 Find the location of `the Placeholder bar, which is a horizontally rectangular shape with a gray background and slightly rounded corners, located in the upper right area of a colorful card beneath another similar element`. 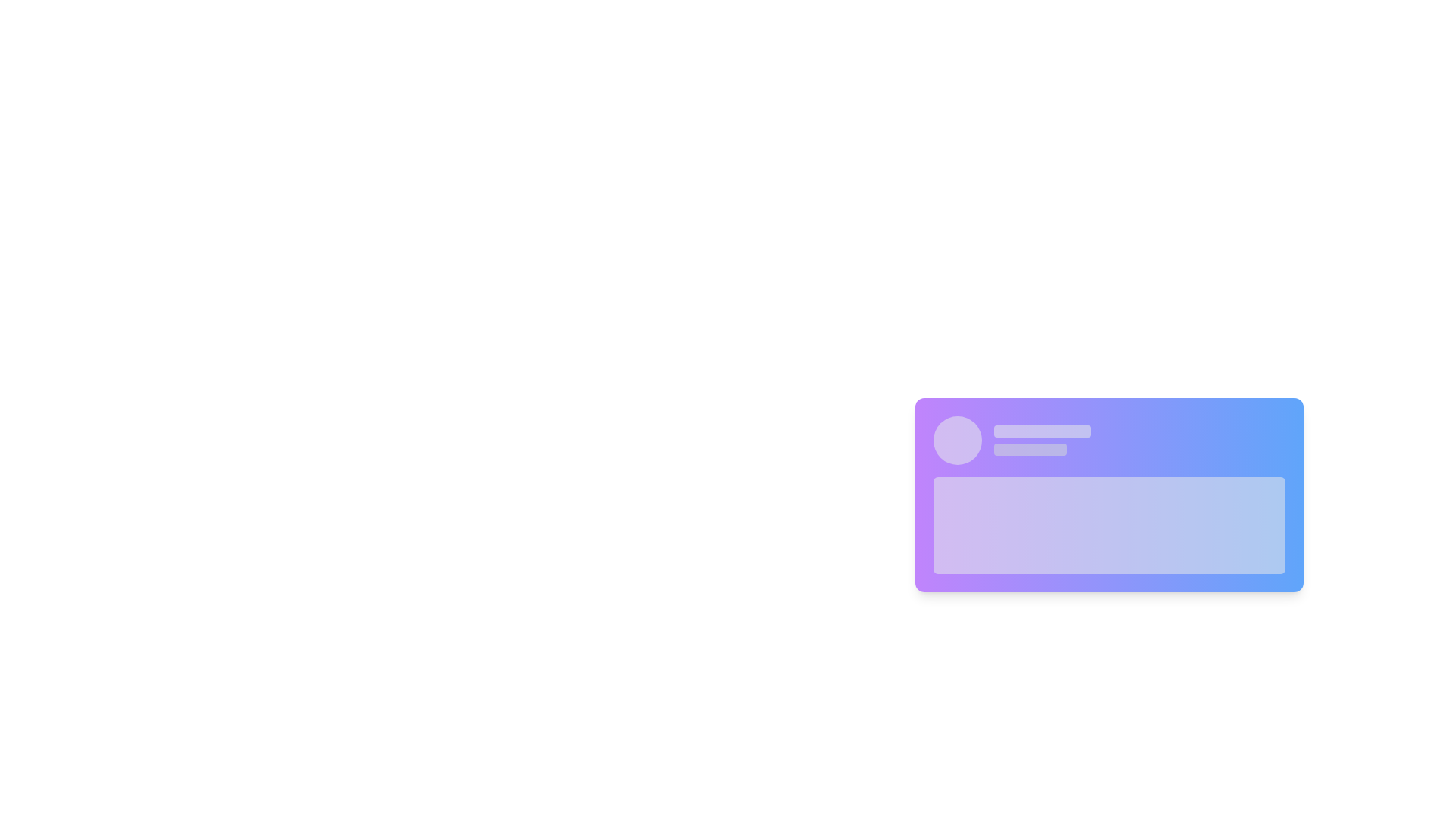

the Placeholder bar, which is a horizontally rectangular shape with a gray background and slightly rounded corners, located in the upper right area of a colorful card beneath another similar element is located at coordinates (1030, 449).